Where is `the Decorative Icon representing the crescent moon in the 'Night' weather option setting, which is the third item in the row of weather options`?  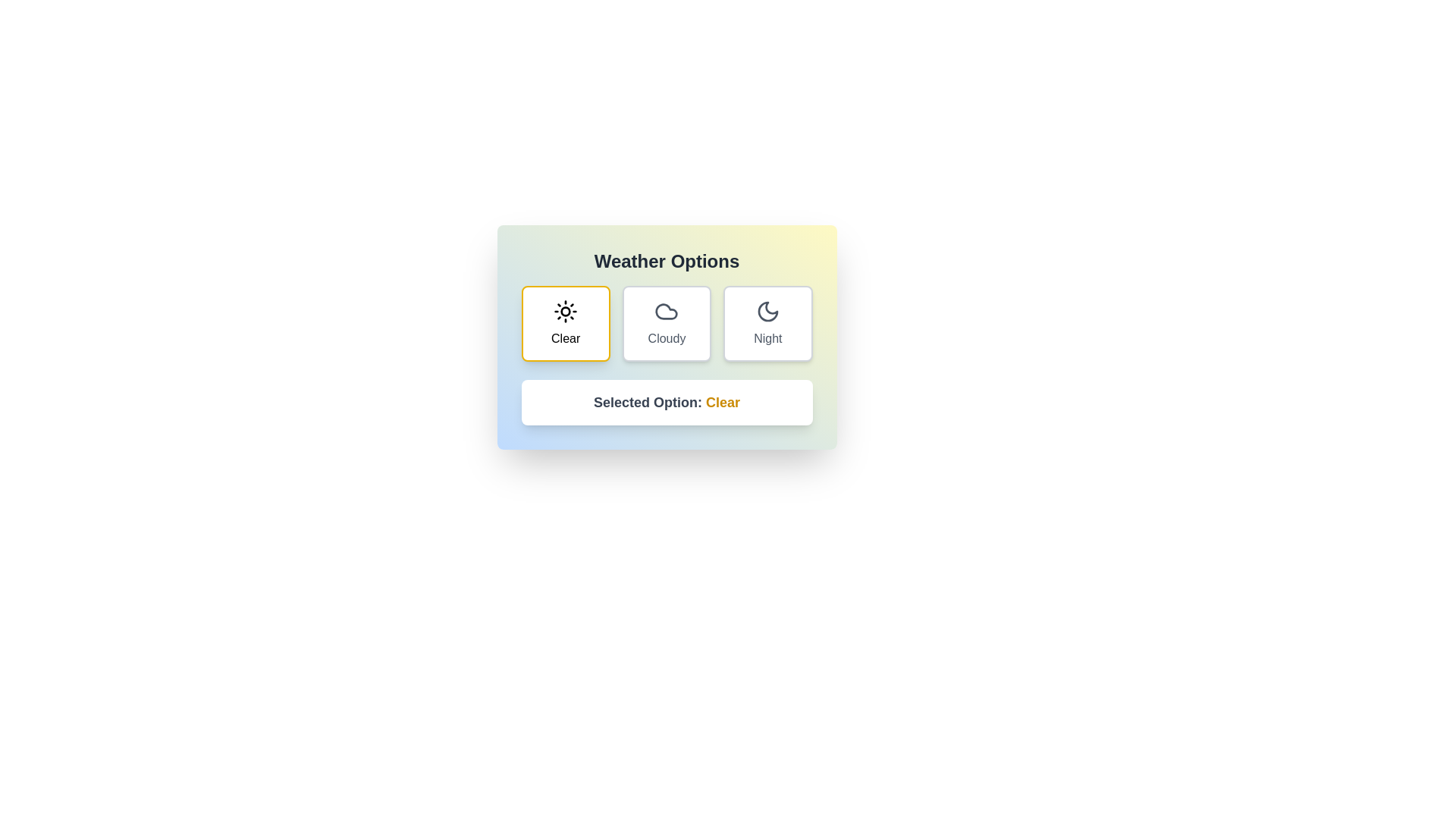 the Decorative Icon representing the crescent moon in the 'Night' weather option setting, which is the third item in the row of weather options is located at coordinates (767, 311).